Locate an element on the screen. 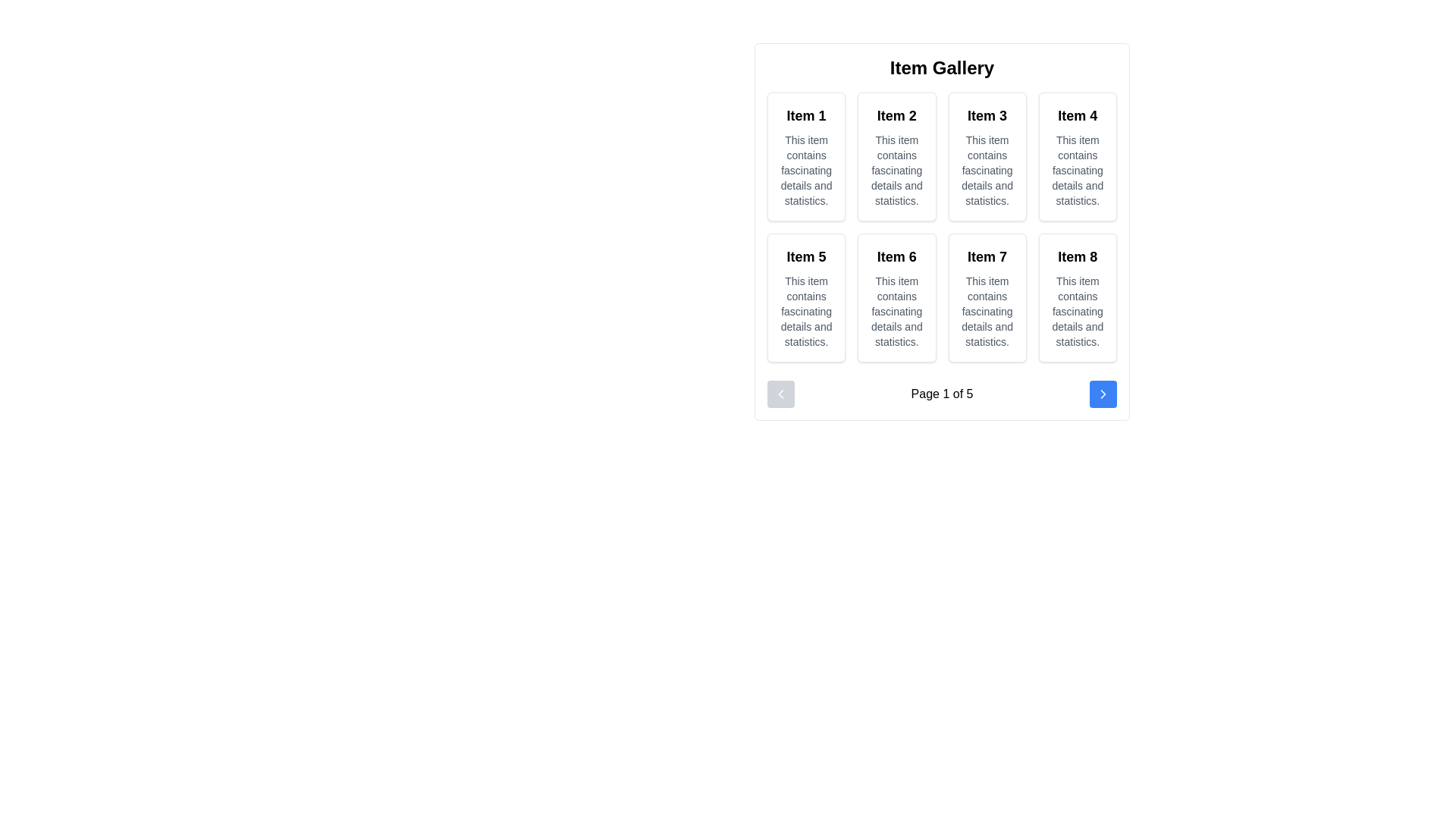 Image resolution: width=1456 pixels, height=819 pixels. the text element that displays the current page number and total number of pages in the pagination system is located at coordinates (941, 394).